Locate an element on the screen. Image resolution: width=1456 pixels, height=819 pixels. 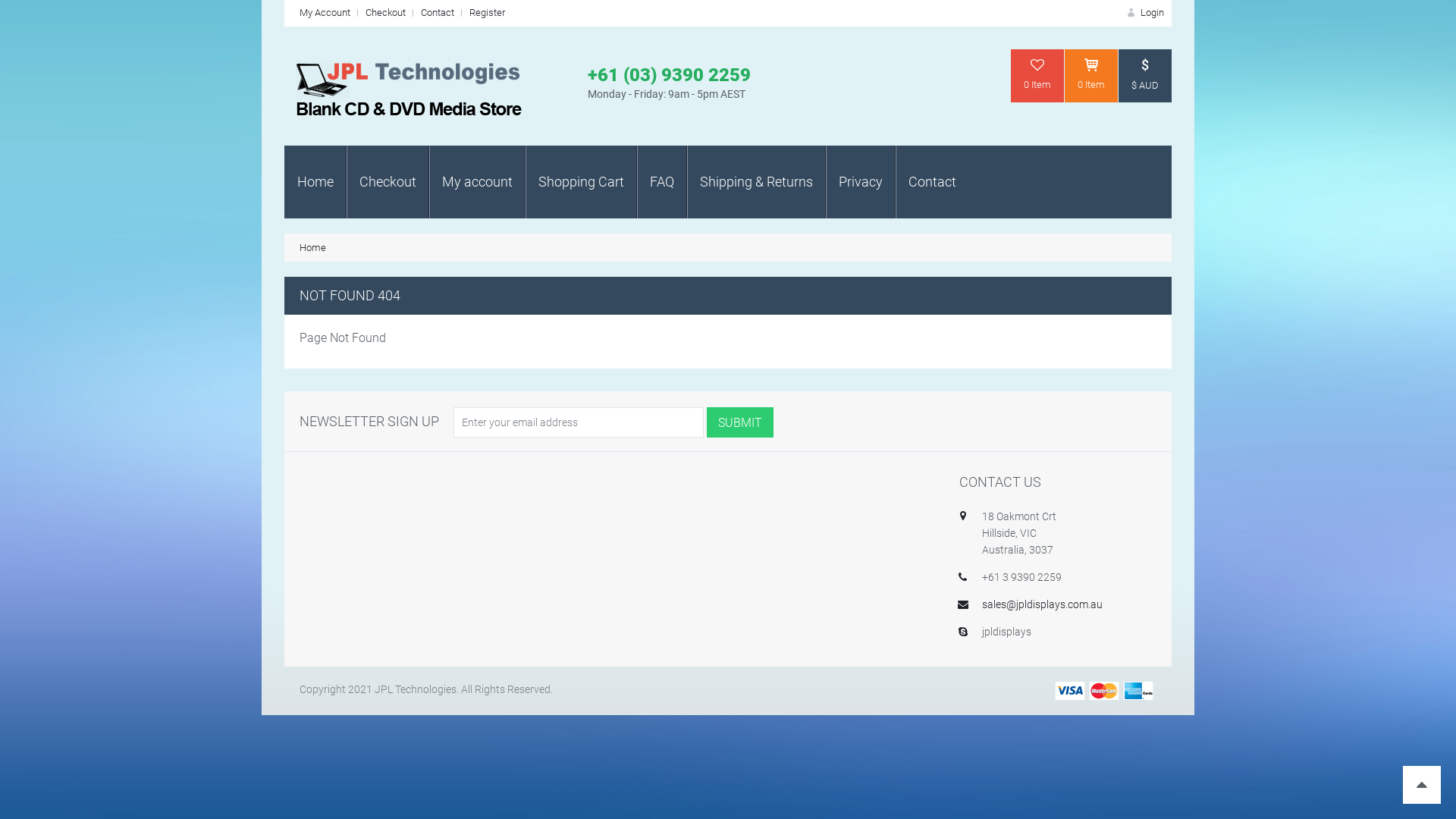
'My account' is located at coordinates (476, 180).